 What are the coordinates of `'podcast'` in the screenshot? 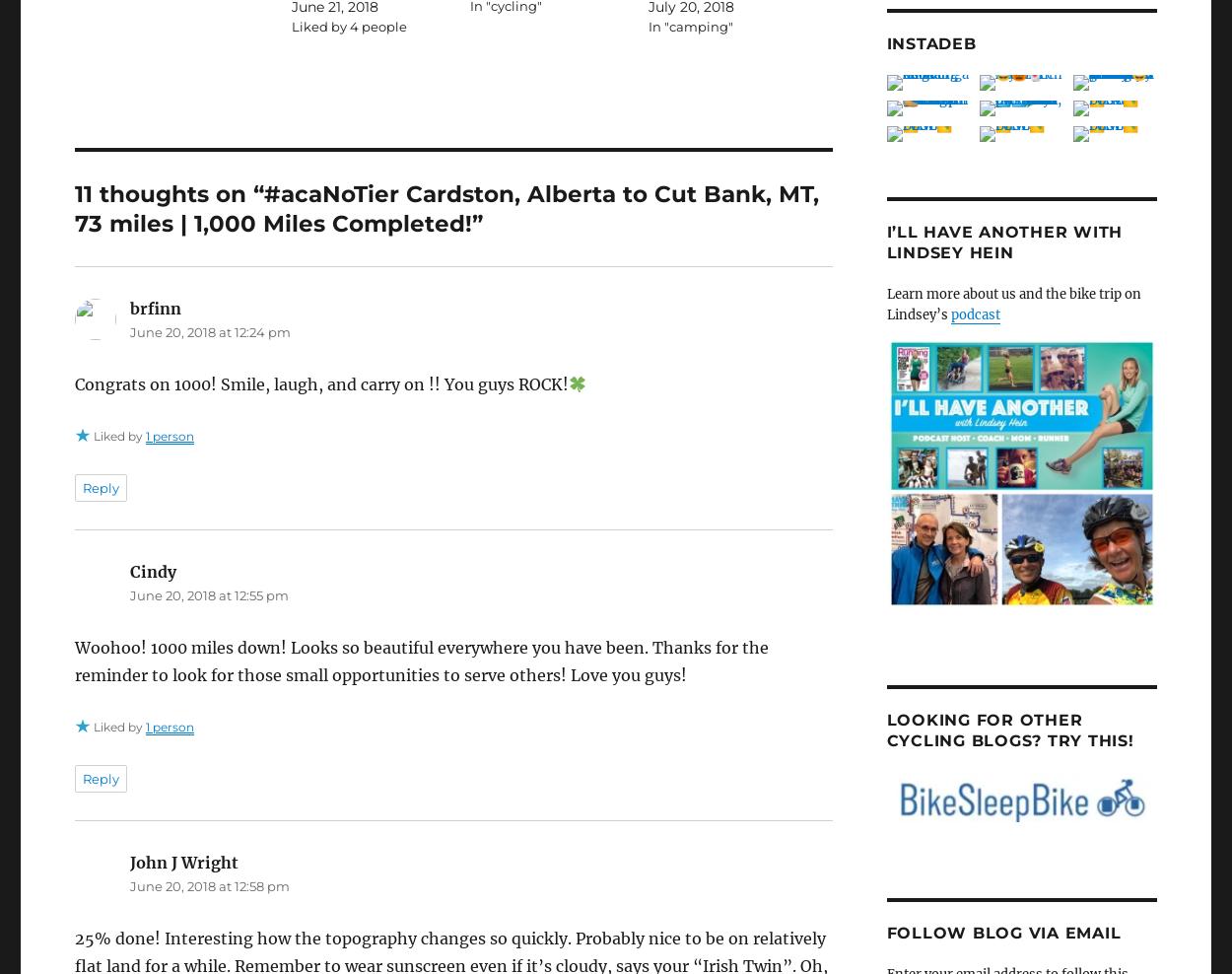 It's located at (974, 314).